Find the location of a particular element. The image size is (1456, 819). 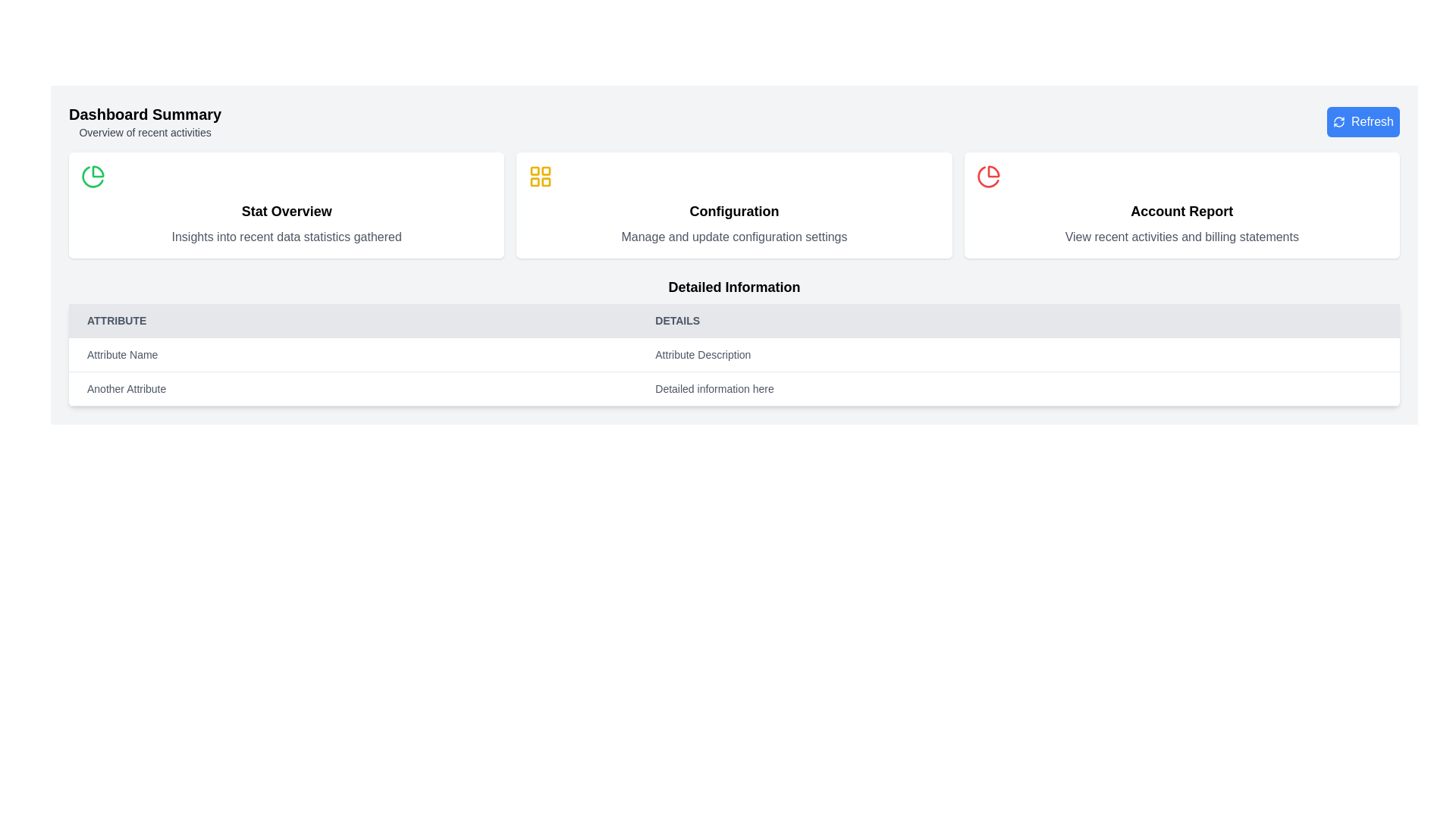

the Information card which contains a green circular pie chart icon, bold text 'Stat Overview', and subtitle 'Insights into recent data statistics gathered'. It is the leftmost element in a grid of three cards is located at coordinates (287, 205).